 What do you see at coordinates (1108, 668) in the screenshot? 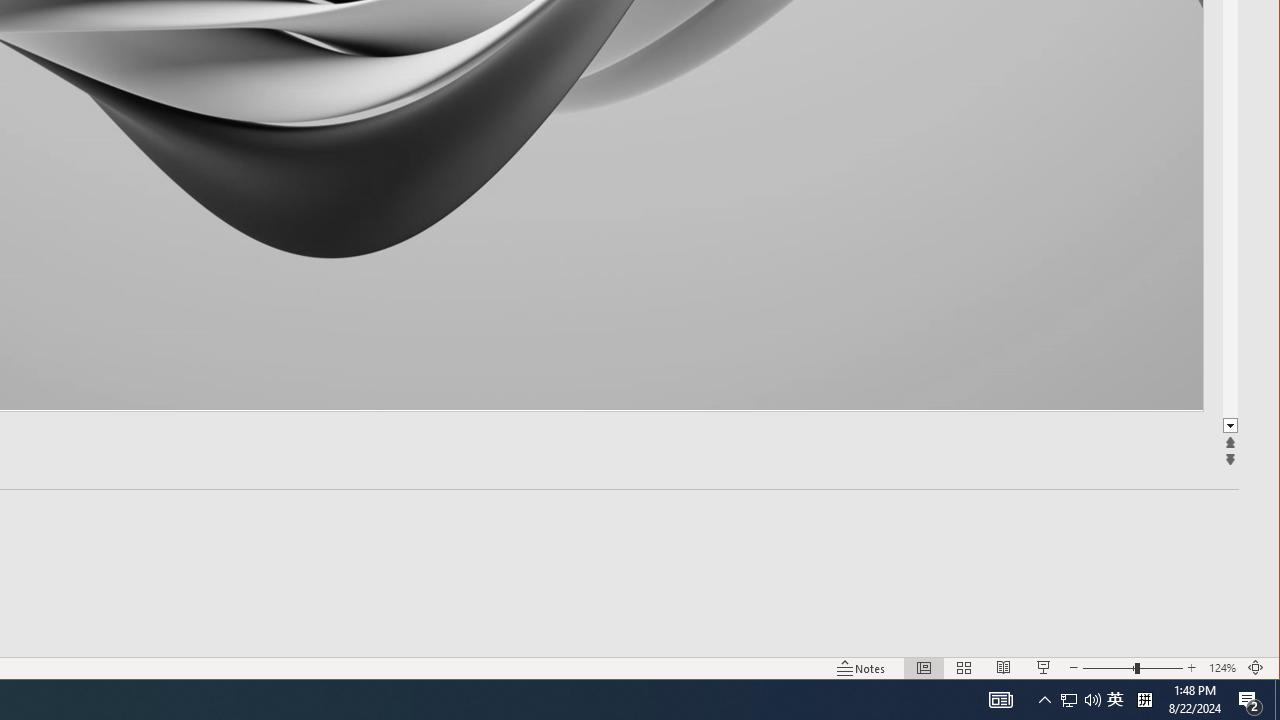
I see `'Zoom Out'` at bounding box center [1108, 668].